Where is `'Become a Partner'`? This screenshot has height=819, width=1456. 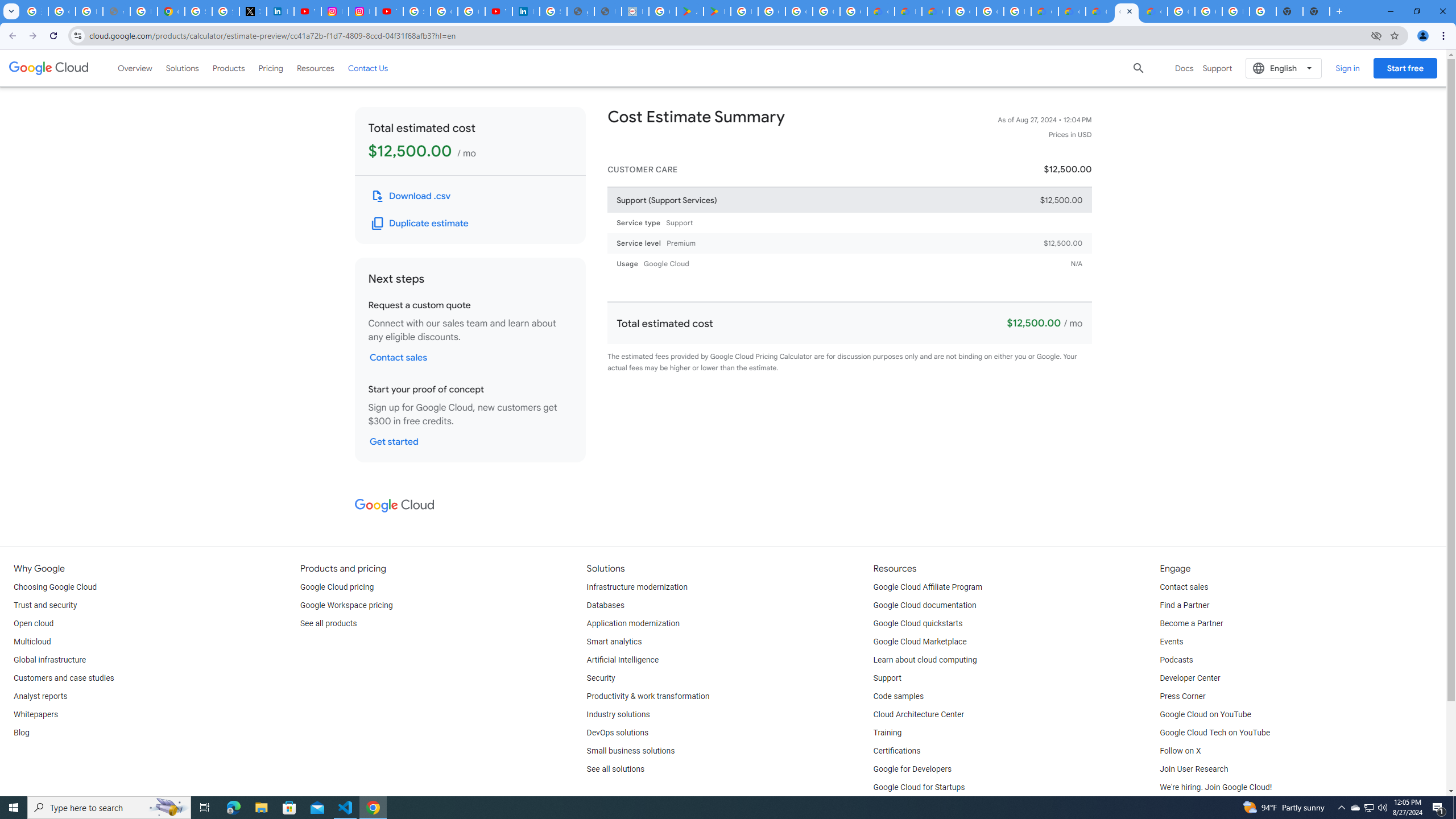 'Become a Partner' is located at coordinates (1191, 623).